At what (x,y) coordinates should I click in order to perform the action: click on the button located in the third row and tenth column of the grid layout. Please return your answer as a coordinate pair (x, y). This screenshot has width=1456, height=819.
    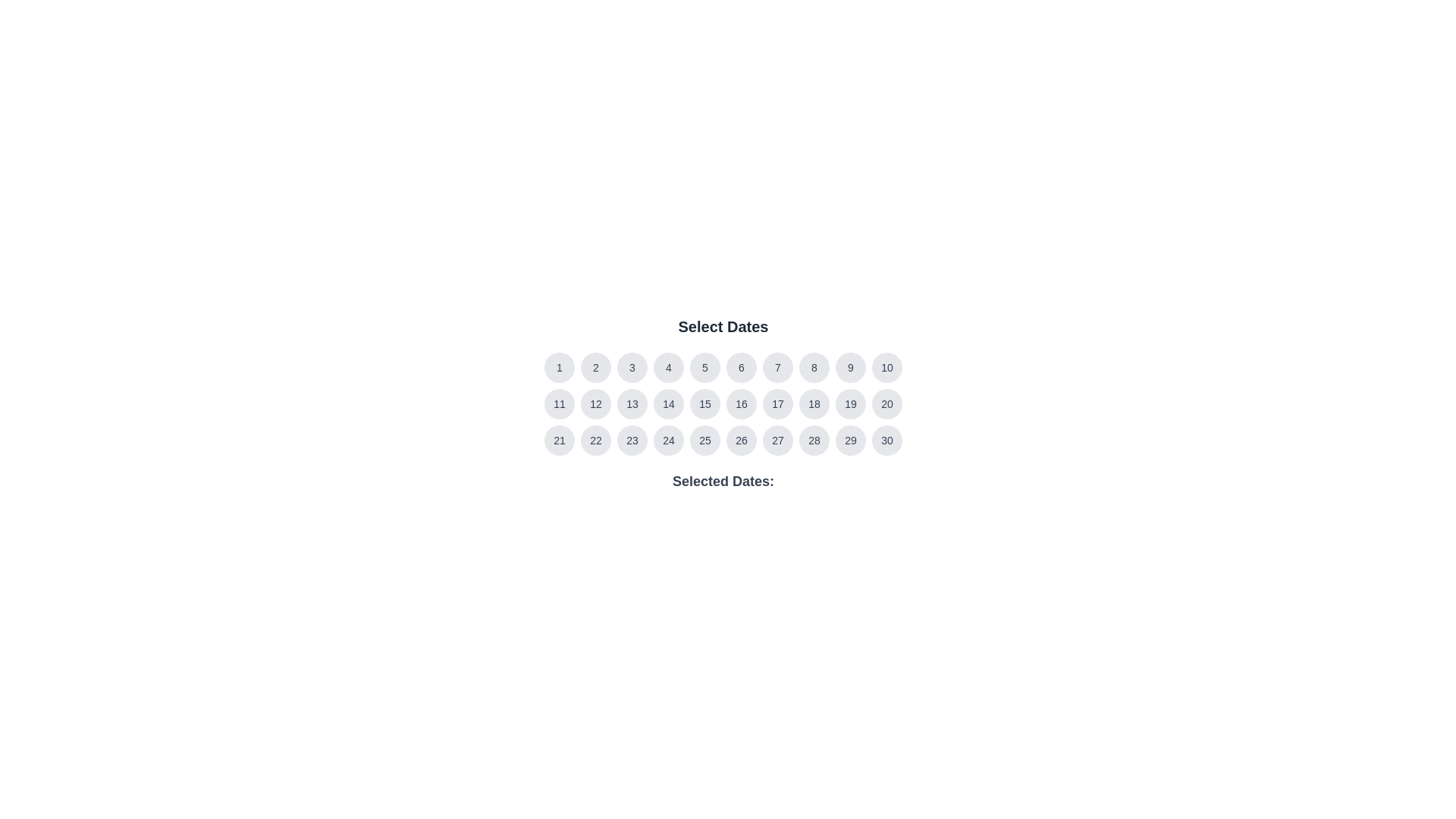
    Looking at the image, I should click on (887, 403).